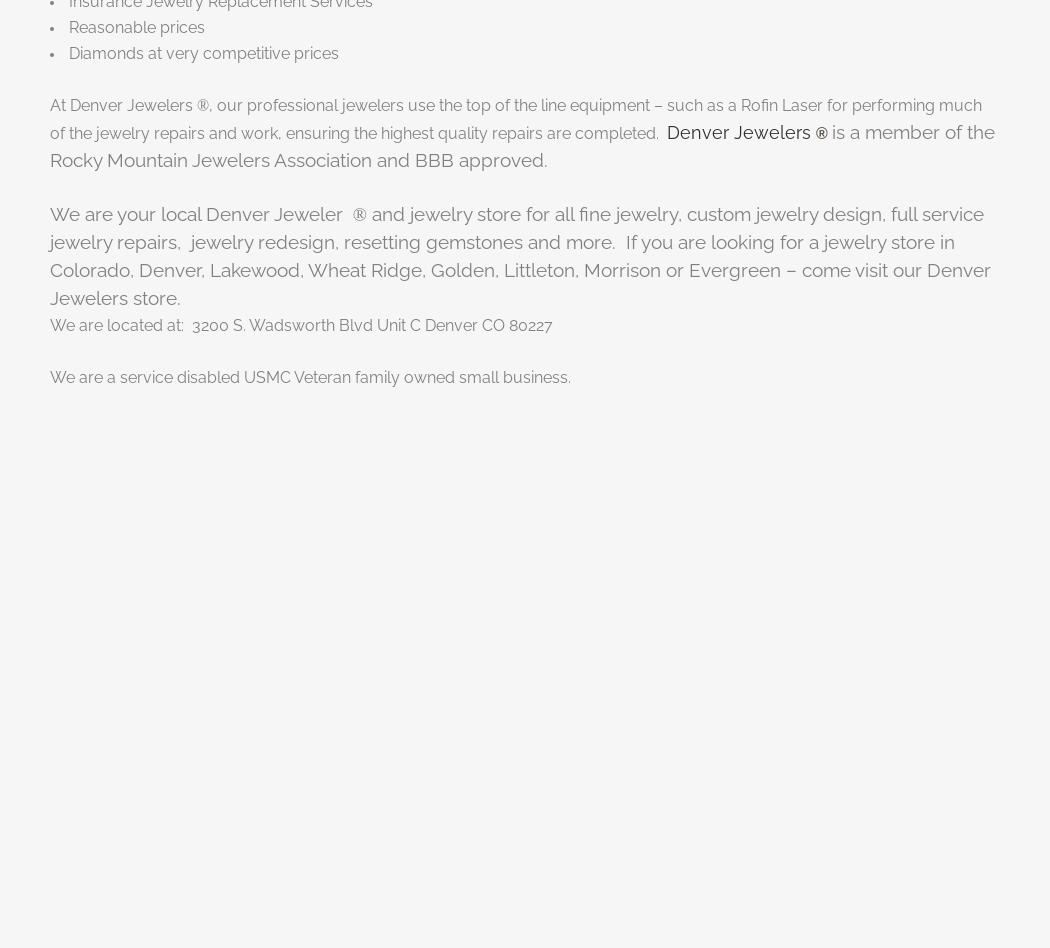 The image size is (1050, 948). Describe the element at coordinates (120, 104) in the screenshot. I see `'At Denver Jewelers'` at that location.